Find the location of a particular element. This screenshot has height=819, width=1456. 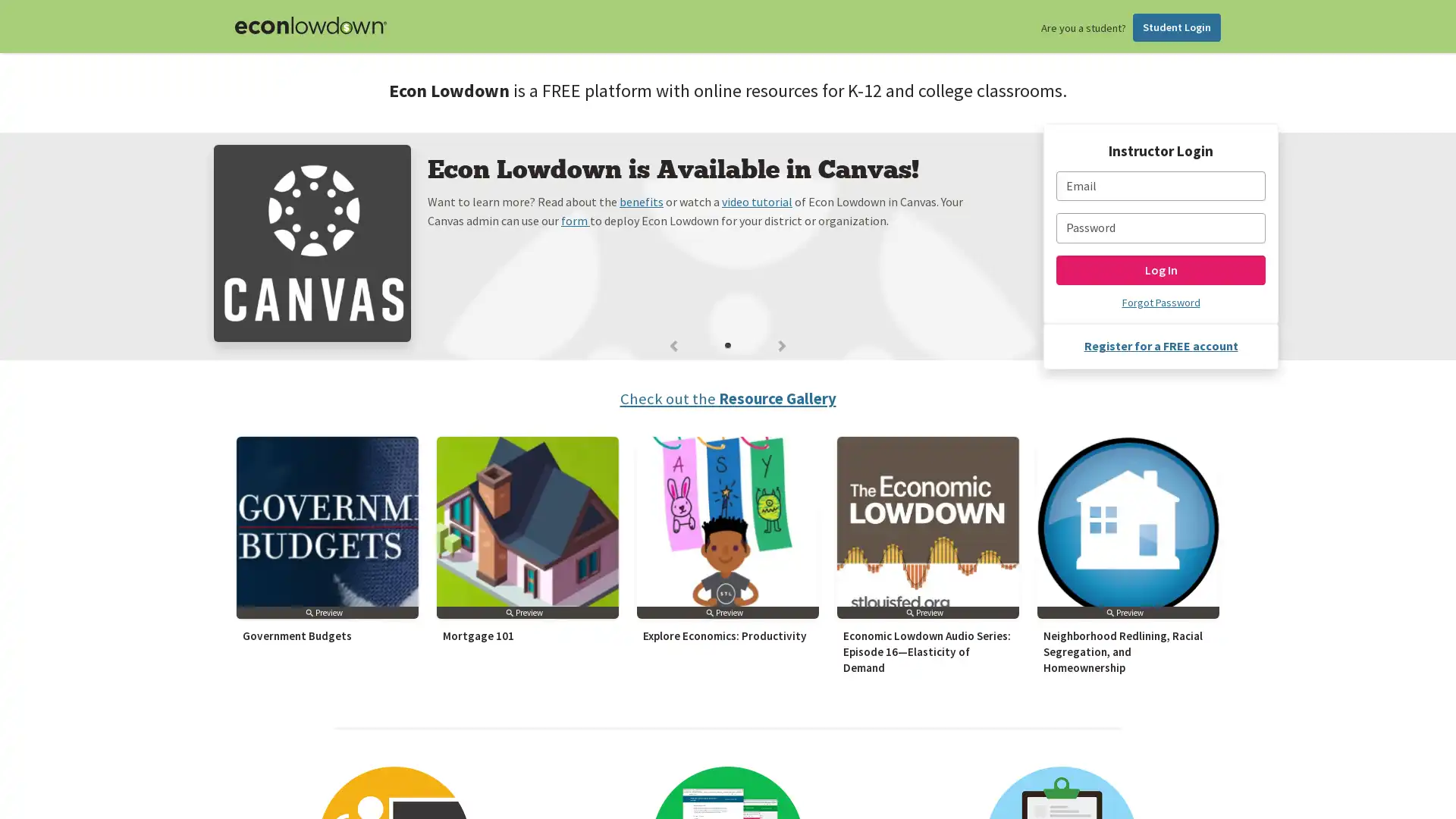

Subscribe is located at coordinates (1386, 774).